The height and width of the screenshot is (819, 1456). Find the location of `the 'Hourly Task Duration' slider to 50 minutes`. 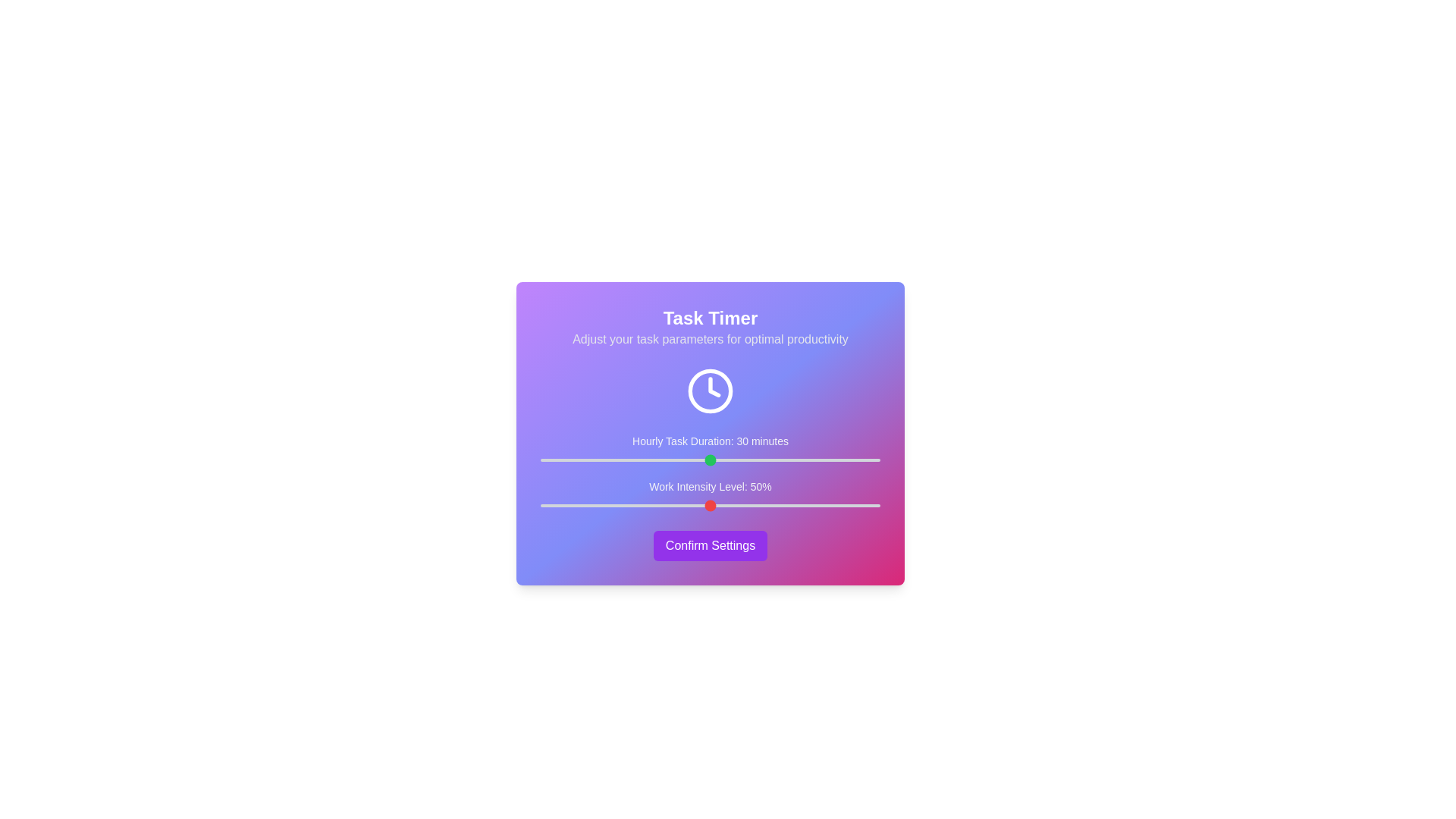

the 'Hourly Task Duration' slider to 50 minutes is located at coordinates (823, 459).